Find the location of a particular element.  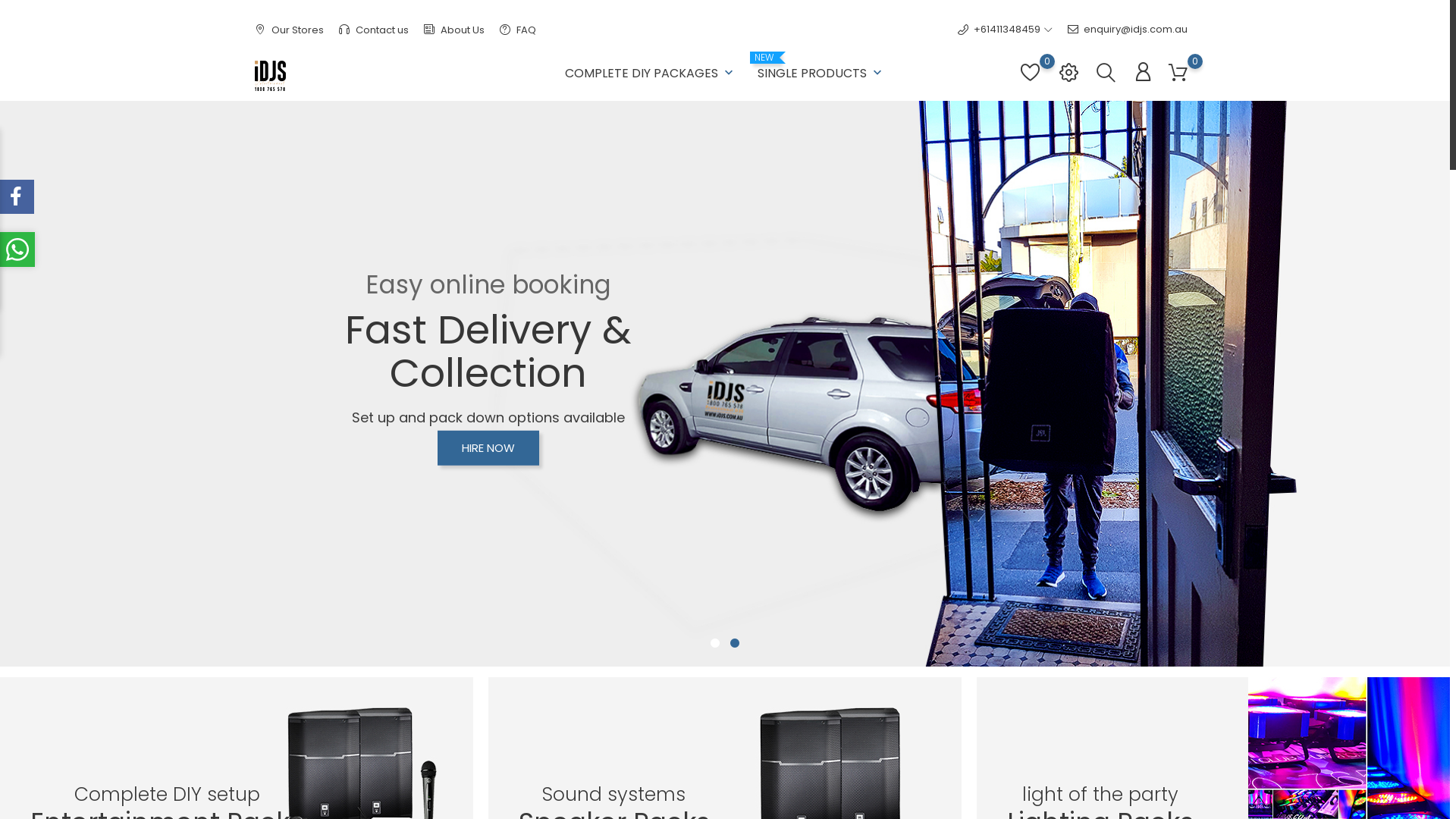

'Our Stores' is located at coordinates (289, 30).